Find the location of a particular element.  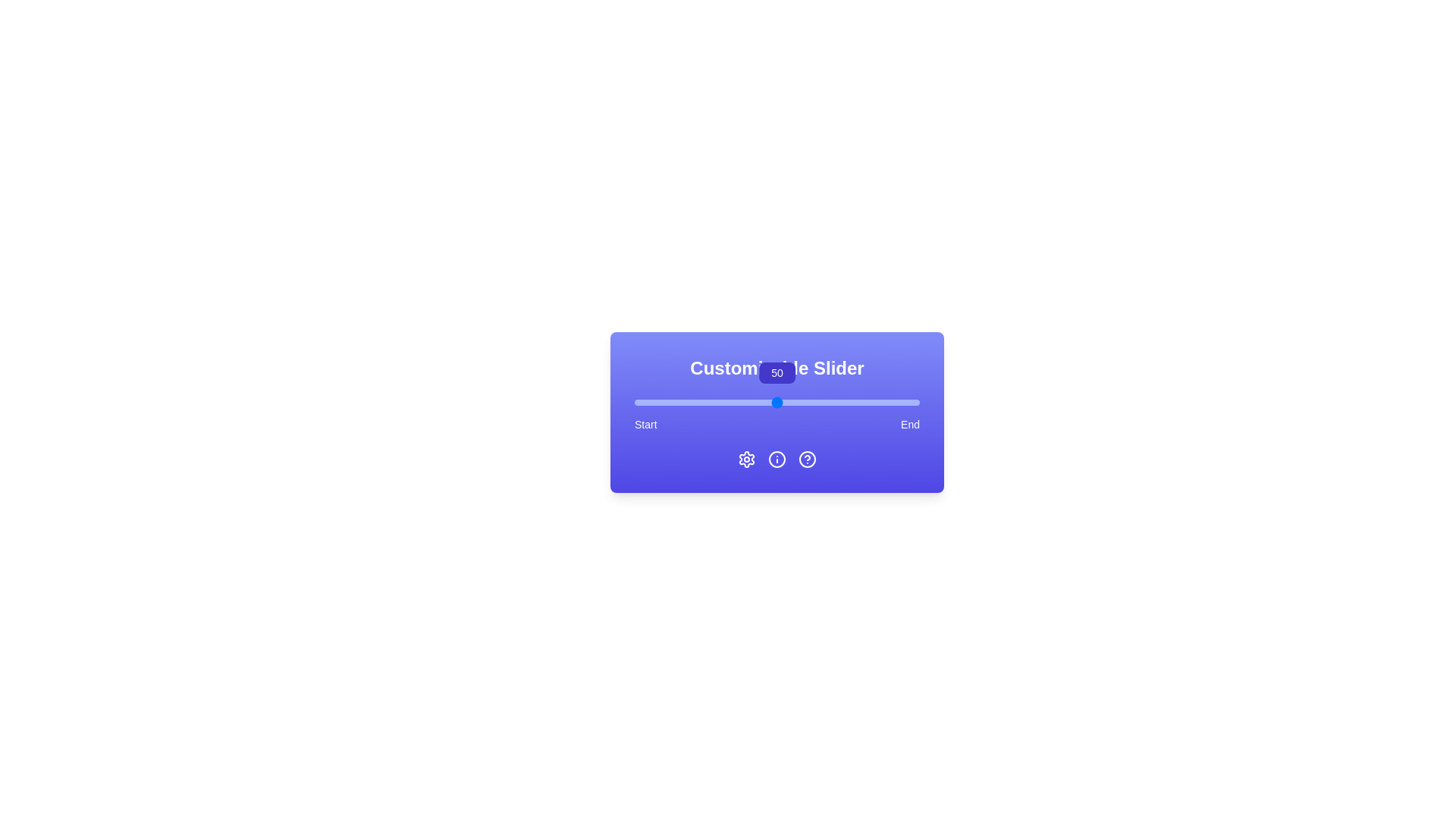

the slider to set the value to 10 is located at coordinates (663, 402).